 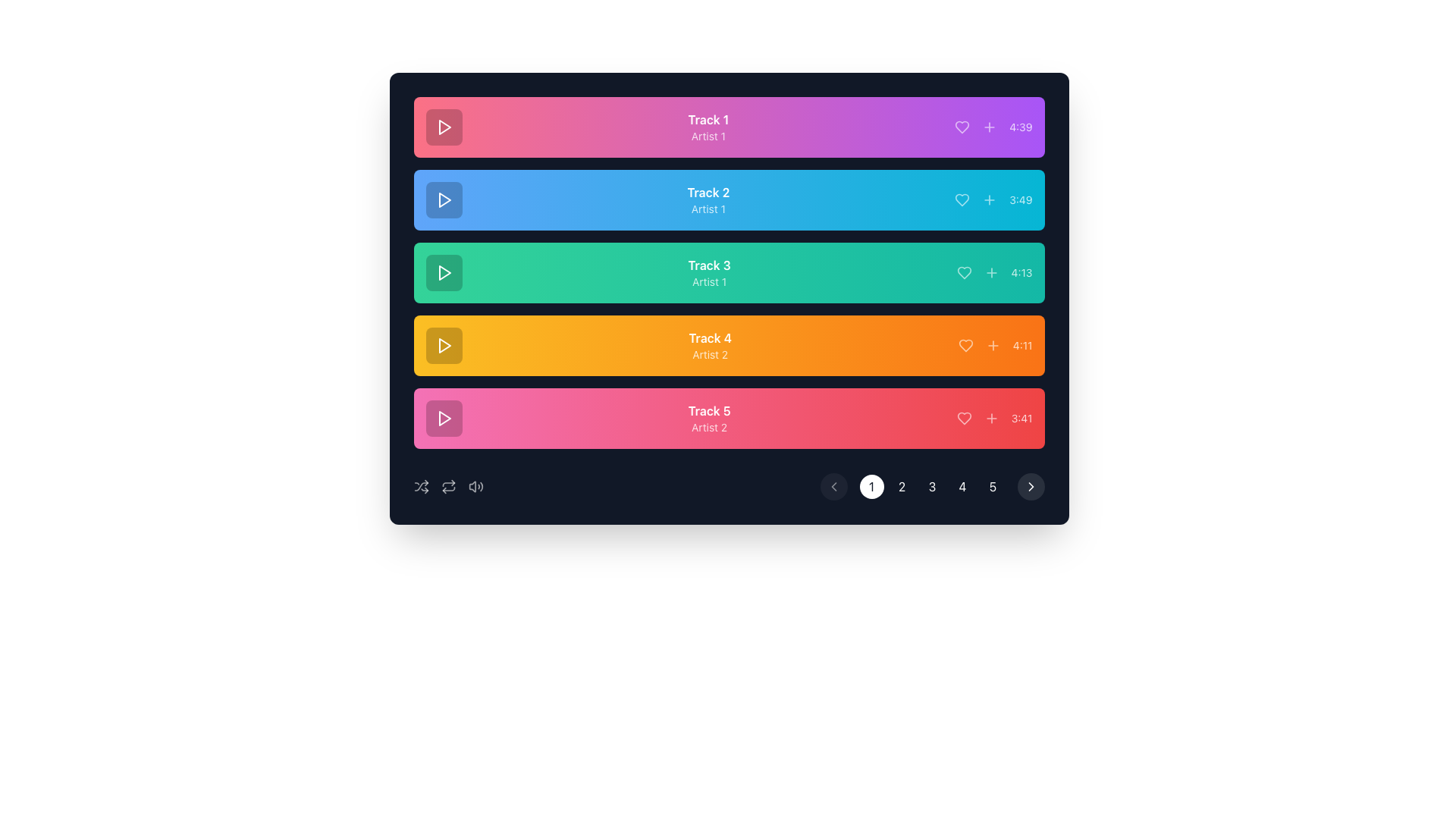 What do you see at coordinates (708, 127) in the screenshot?
I see `the Text display area that shows 'Track 1' and 'Artist 1', located centrally in the first row of a vertical list, between a play button and various interaction icons` at bounding box center [708, 127].